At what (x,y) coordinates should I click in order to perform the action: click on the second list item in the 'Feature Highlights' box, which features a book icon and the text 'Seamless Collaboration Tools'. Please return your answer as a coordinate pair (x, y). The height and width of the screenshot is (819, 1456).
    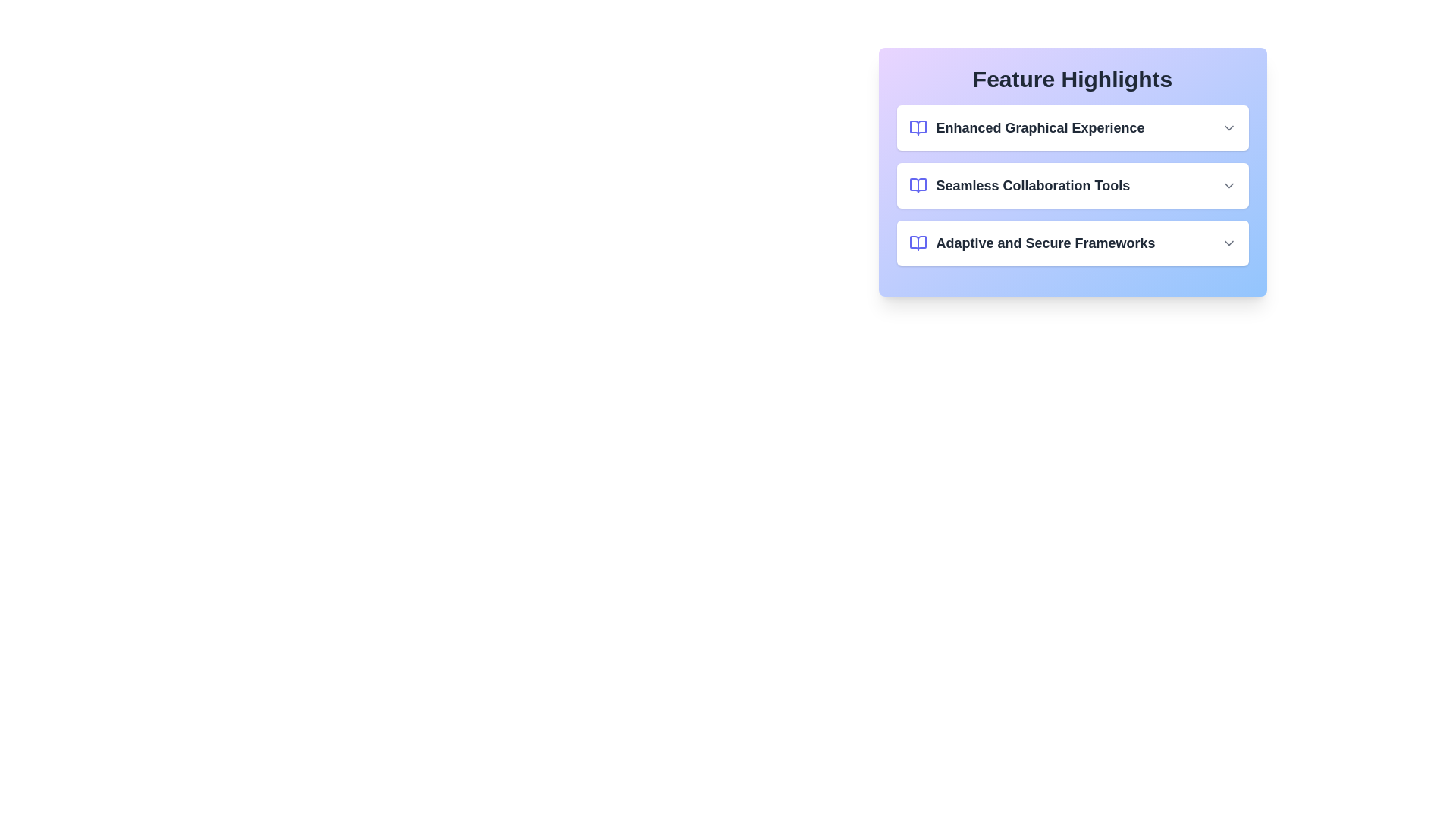
    Looking at the image, I should click on (1072, 185).